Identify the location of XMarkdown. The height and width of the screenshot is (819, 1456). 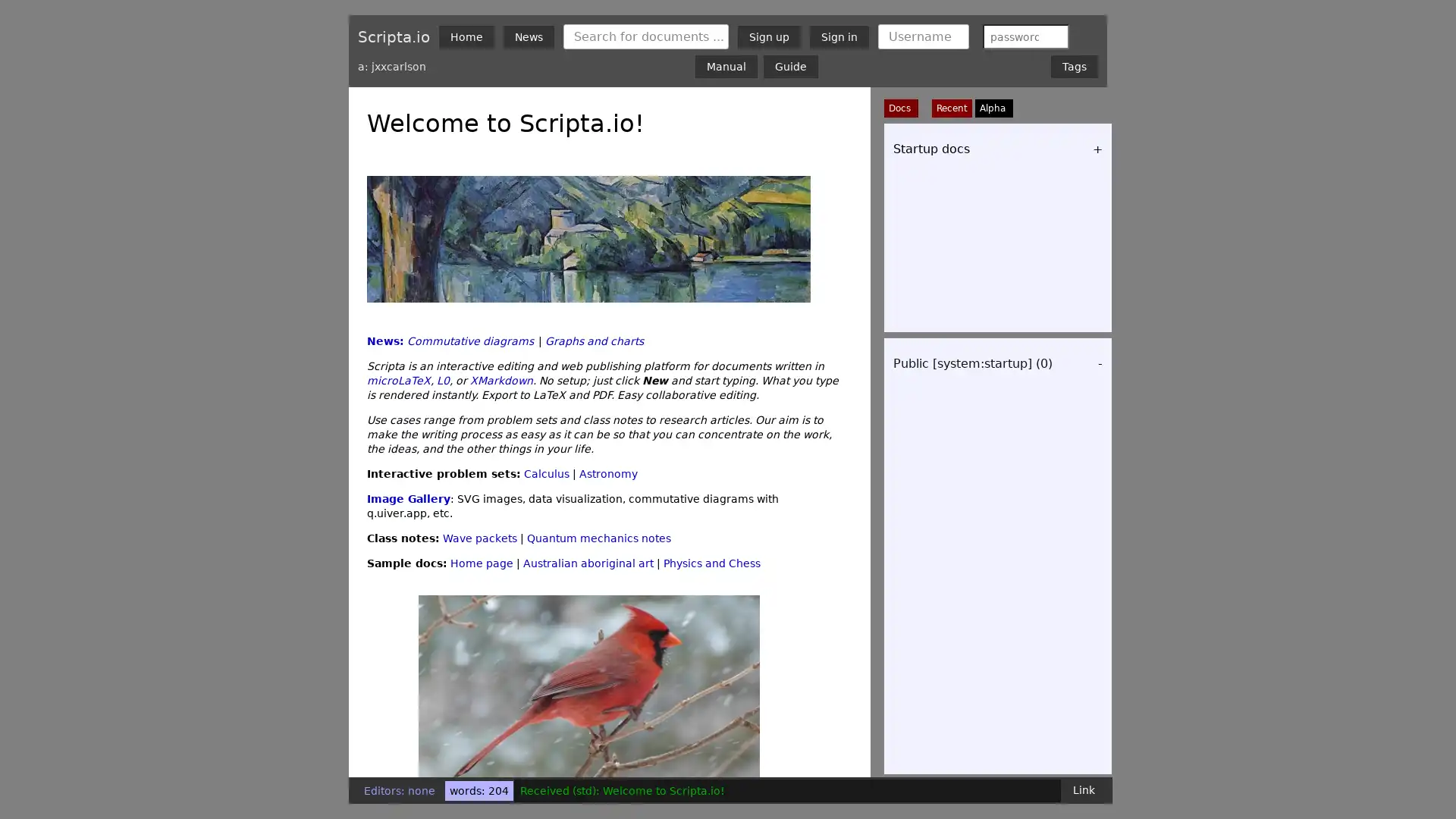
(501, 379).